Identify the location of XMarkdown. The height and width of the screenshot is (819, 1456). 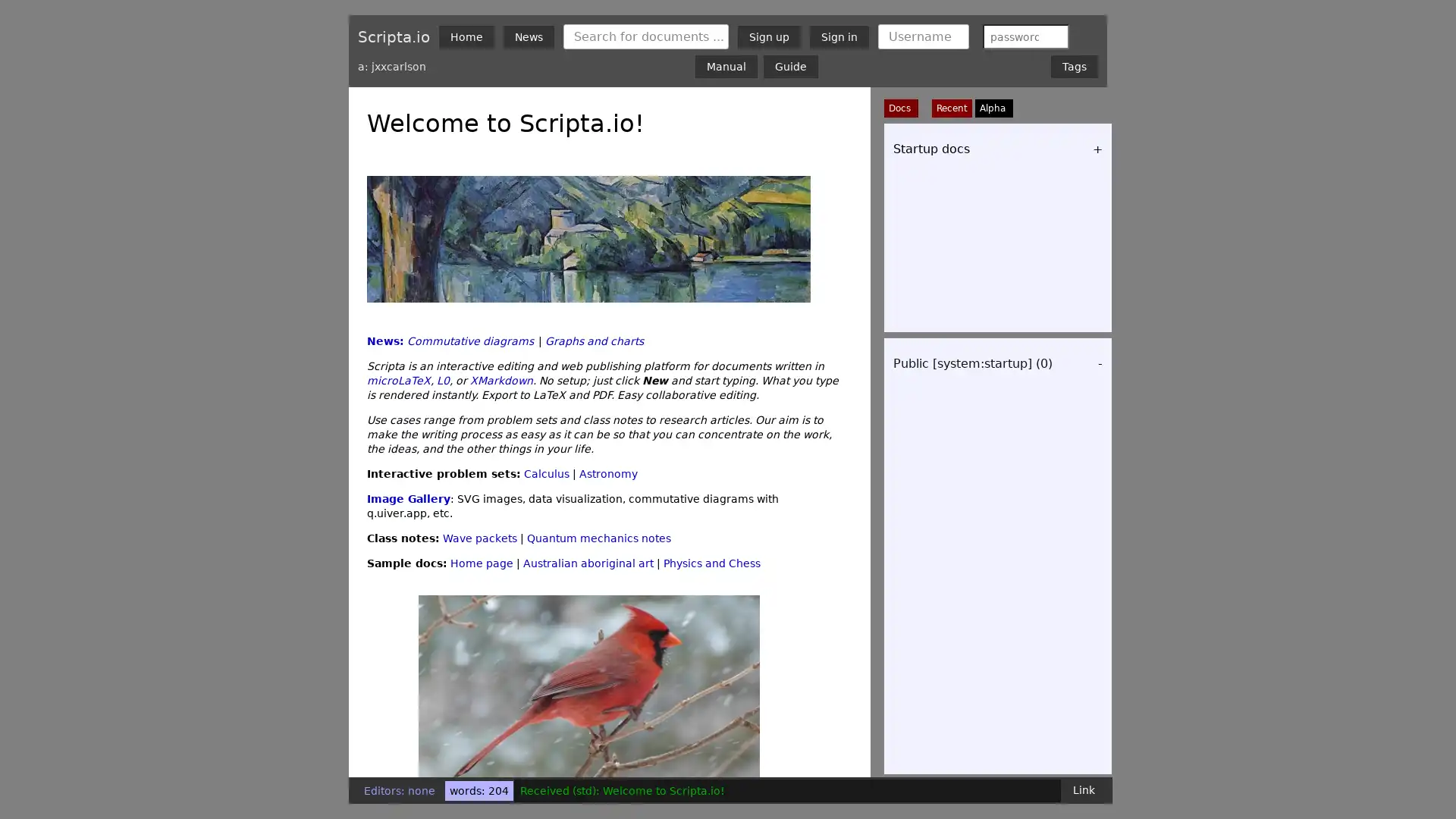
(501, 379).